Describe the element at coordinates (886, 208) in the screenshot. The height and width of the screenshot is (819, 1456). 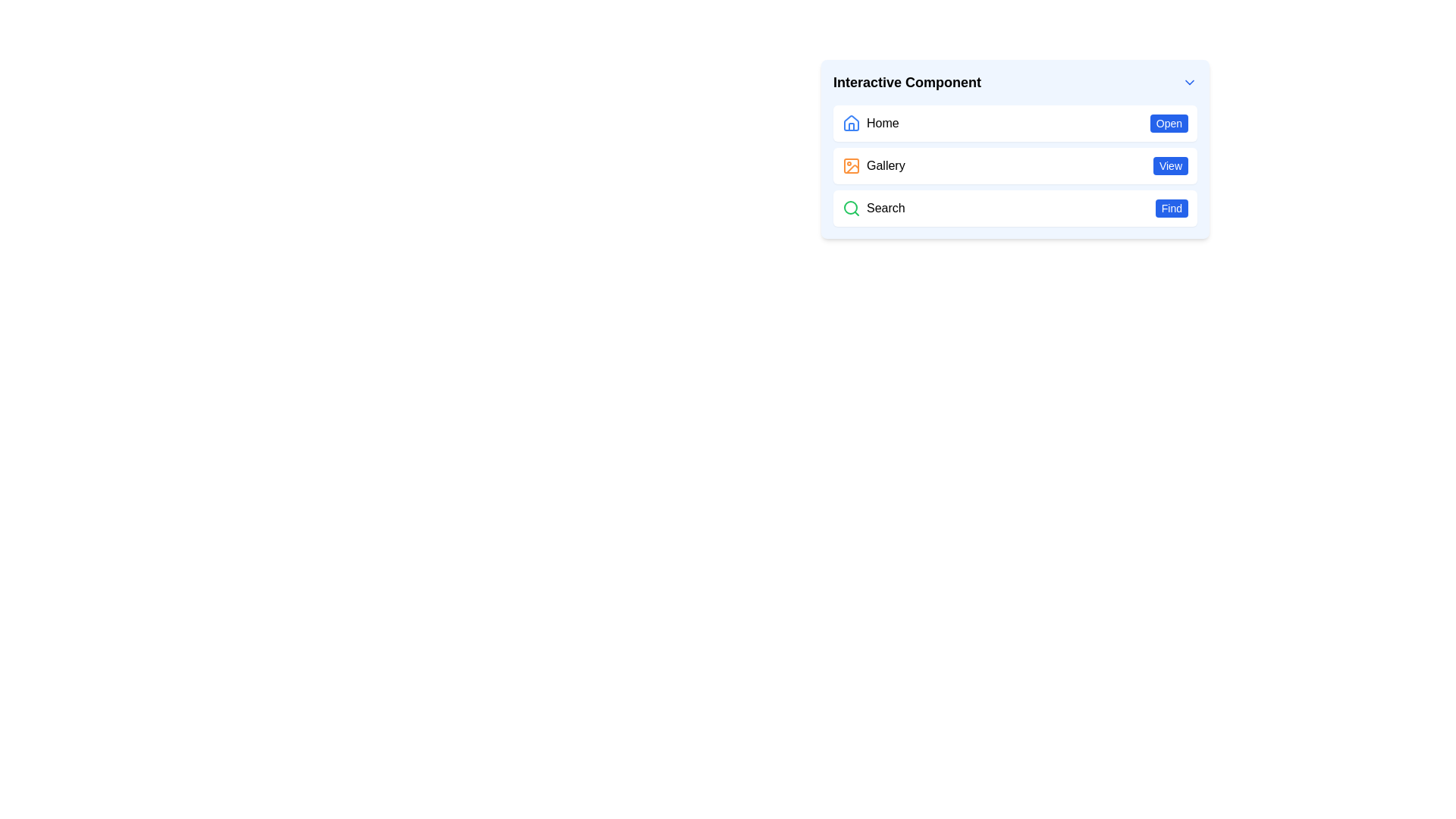
I see `the static text label displaying the word 'Search', which is positioned between a green magnifying glass icon and a blue 'Find' button` at that location.